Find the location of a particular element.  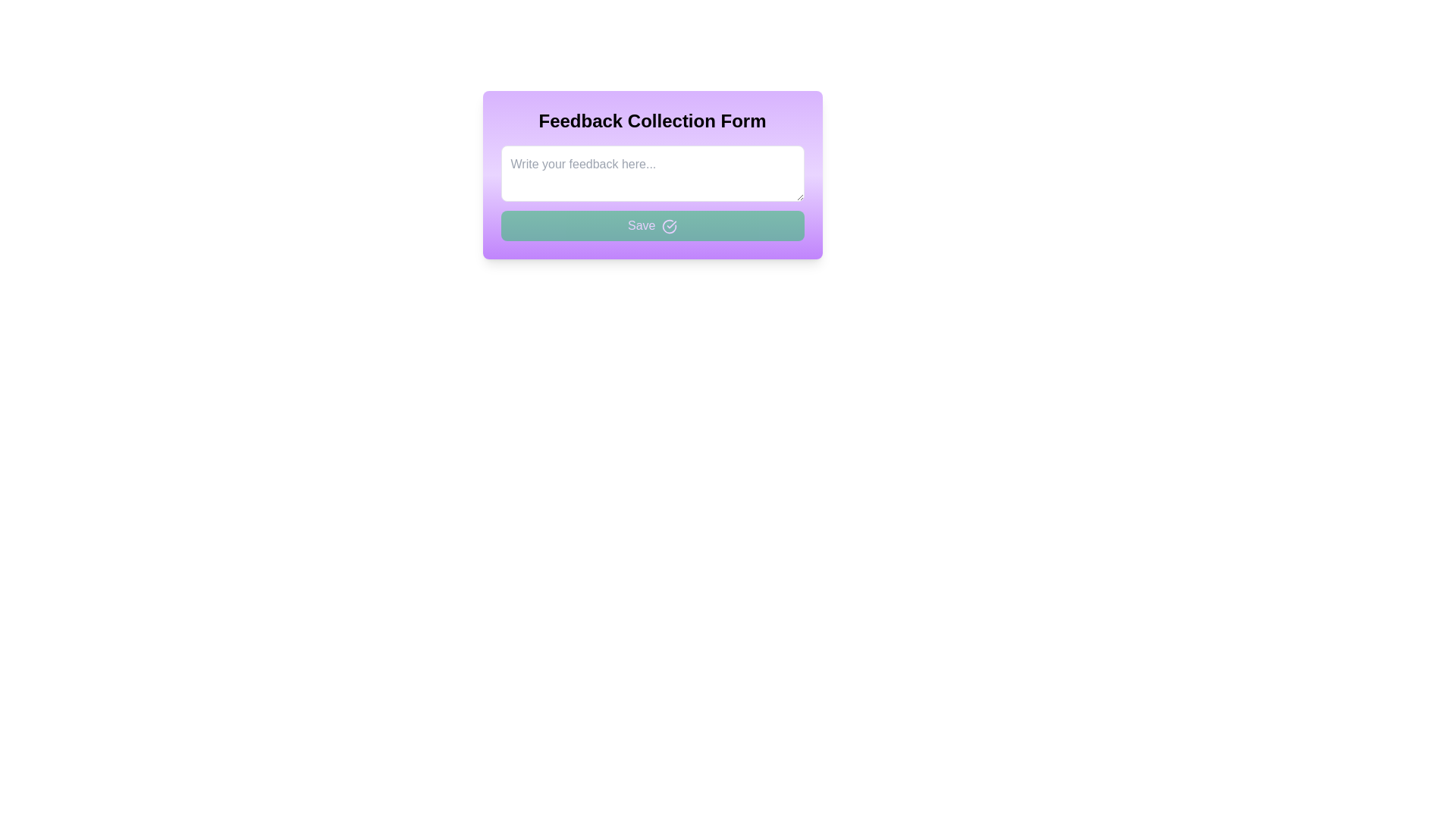

the curved graphic segment that is part of the circular icon inside the green 'Save' button located at the bottom of the purple form box is located at coordinates (669, 226).